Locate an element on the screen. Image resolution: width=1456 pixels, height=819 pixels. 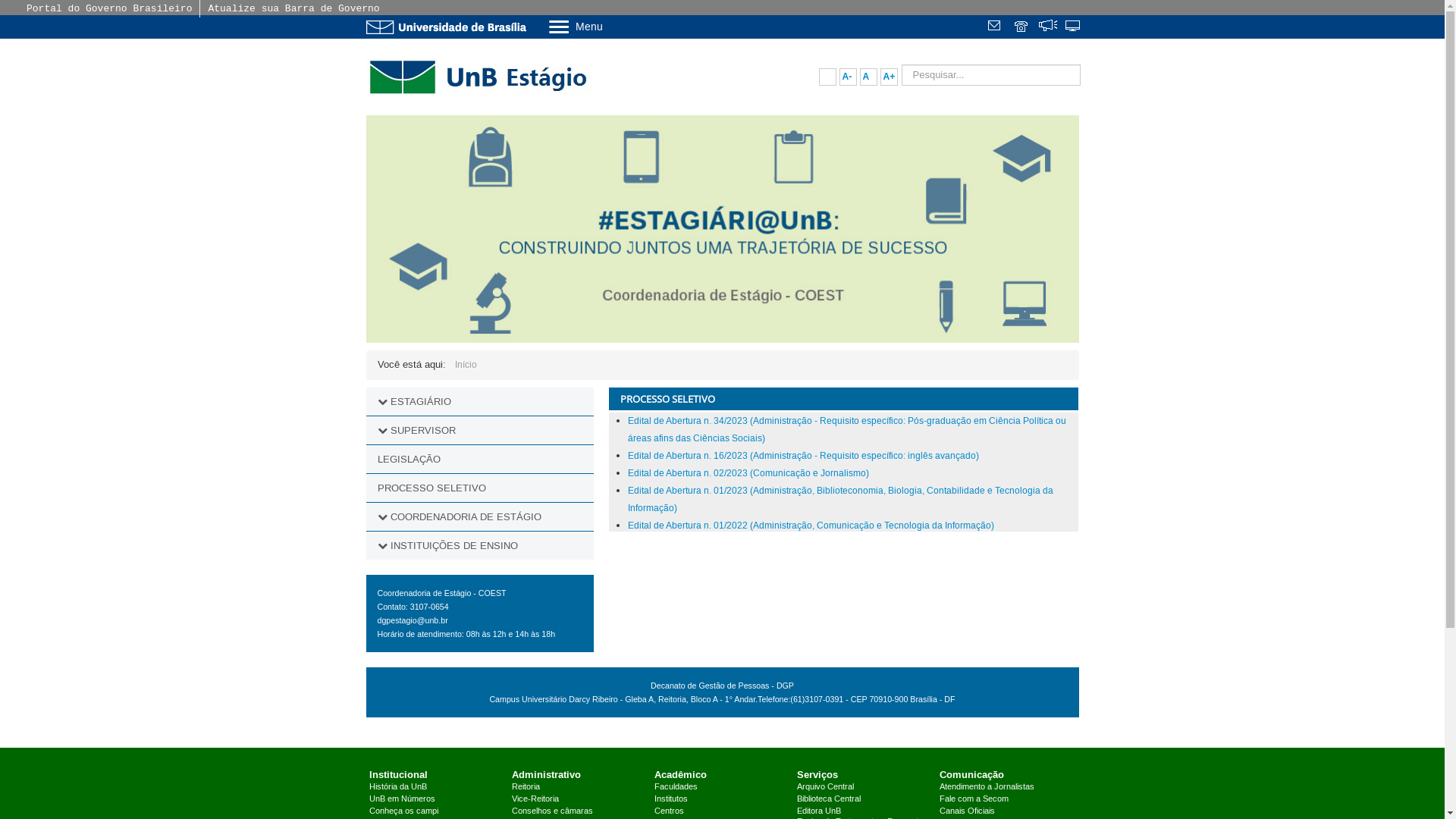
'Institutos' is located at coordinates (670, 798).